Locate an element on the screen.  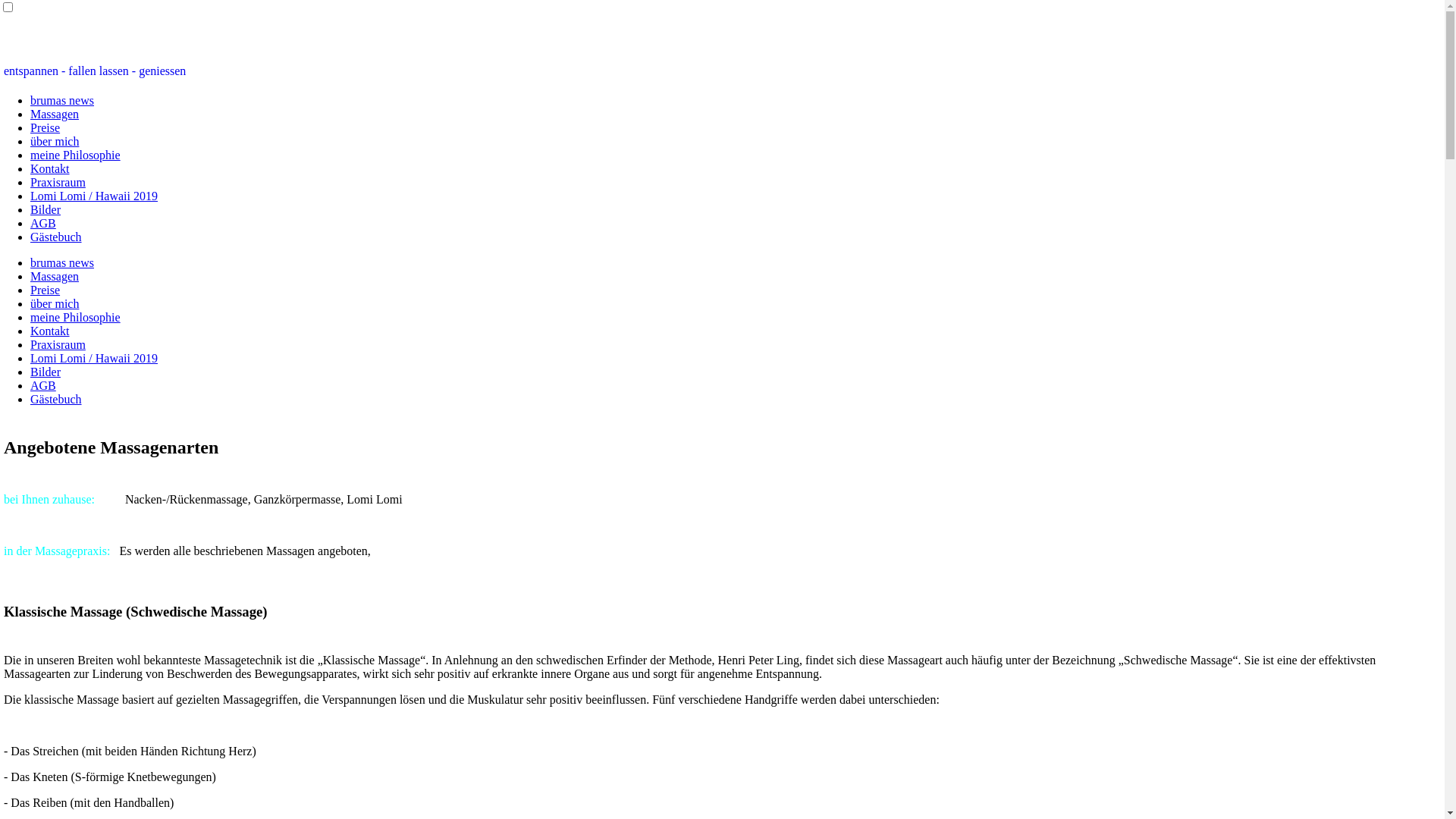
'Kontakt' is located at coordinates (50, 330).